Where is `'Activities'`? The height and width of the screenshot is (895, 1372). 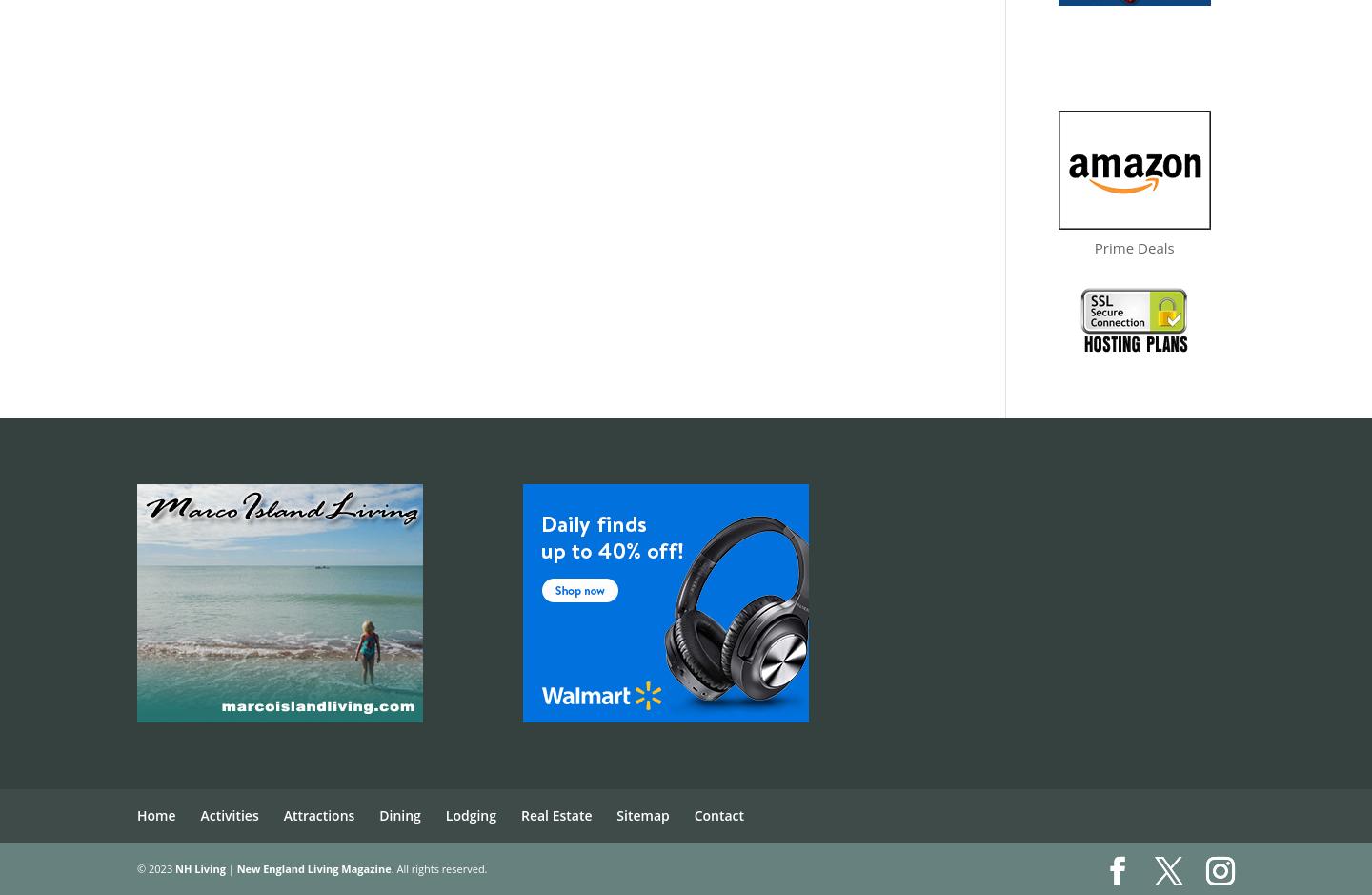
'Activities' is located at coordinates (229, 814).